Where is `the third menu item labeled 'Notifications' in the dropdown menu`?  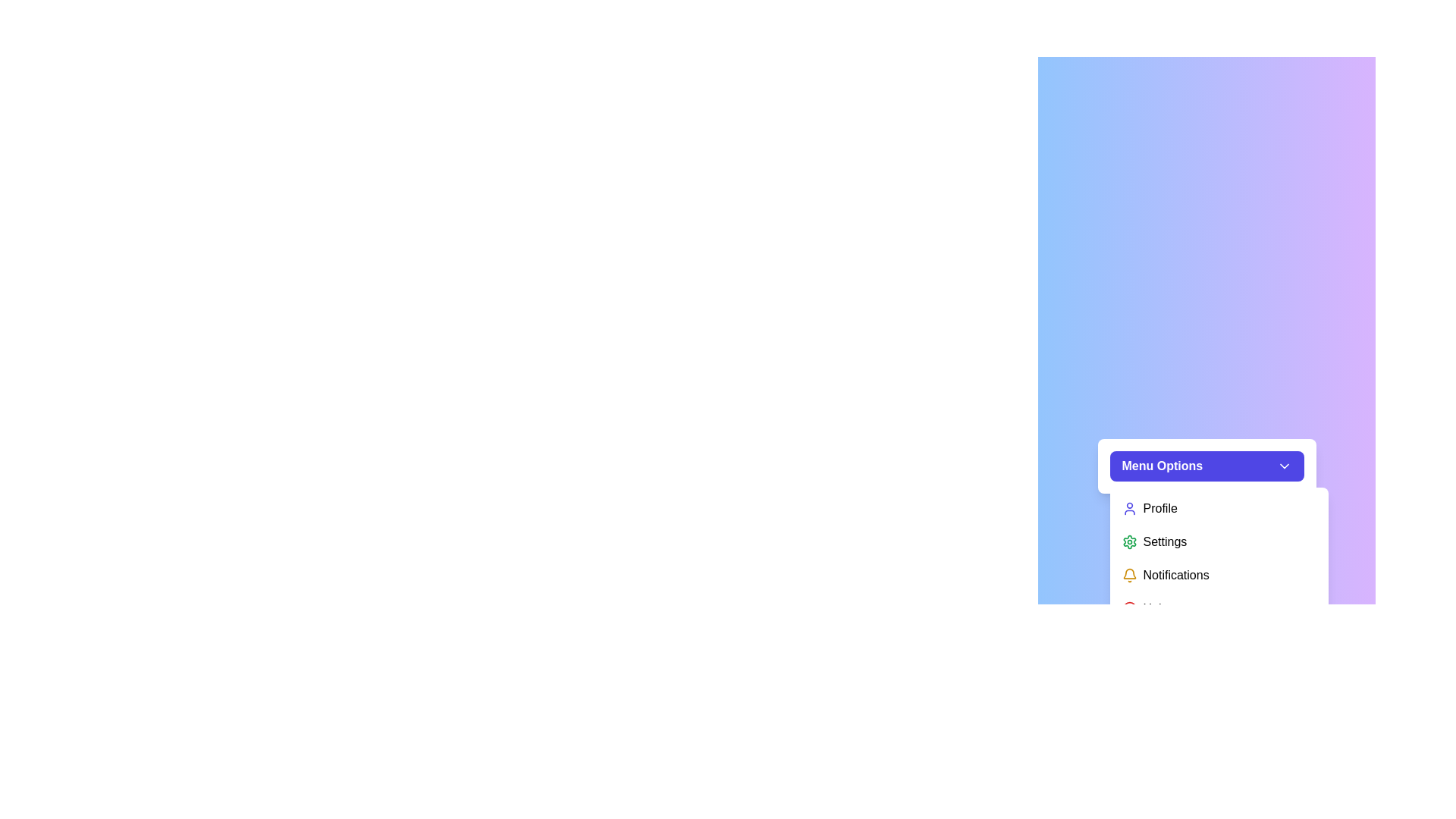
the third menu item labeled 'Notifications' in the dropdown menu is located at coordinates (1219, 558).